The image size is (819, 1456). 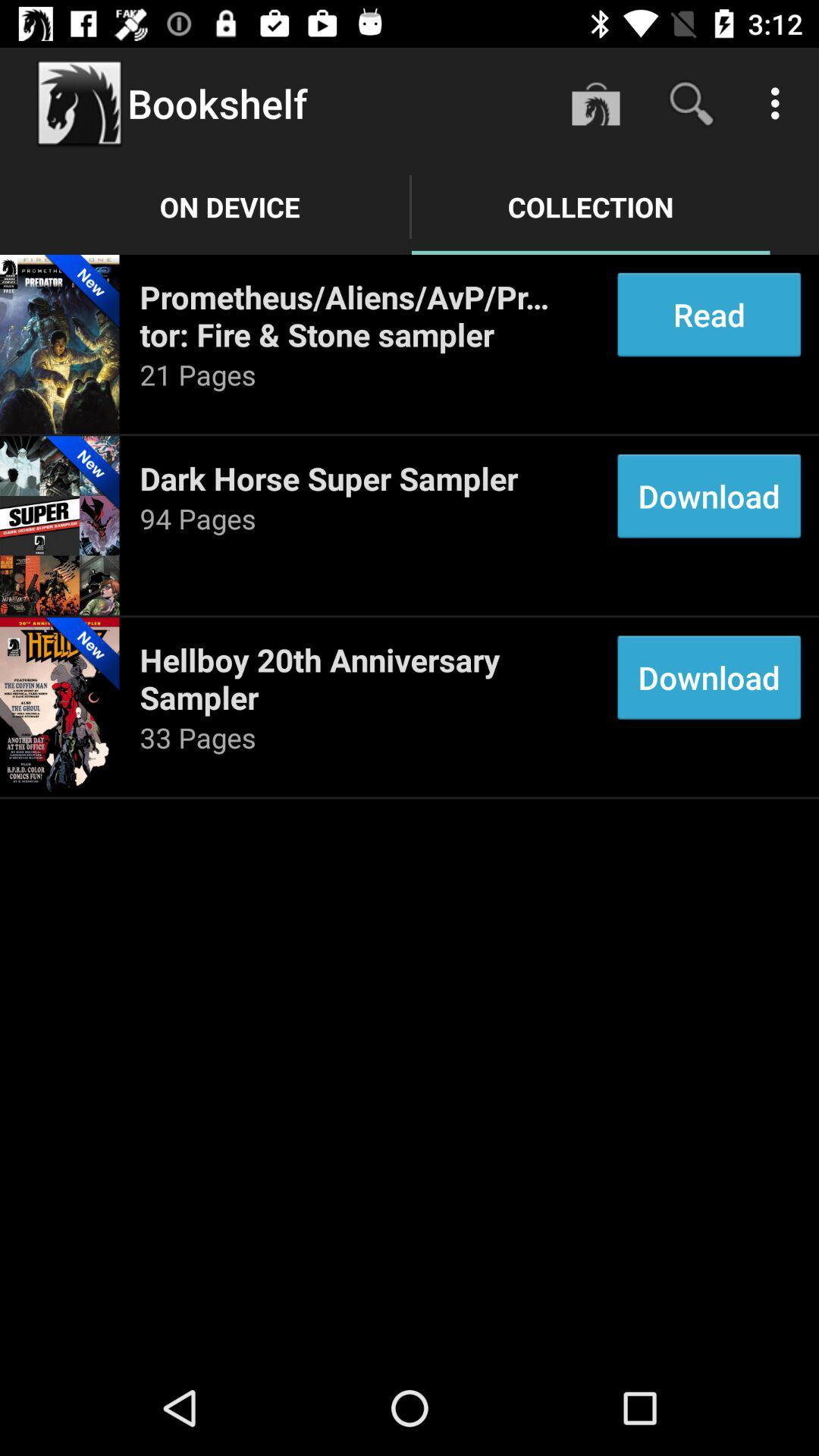 What do you see at coordinates (709, 314) in the screenshot?
I see `the item next to prometheus aliens avp` at bounding box center [709, 314].